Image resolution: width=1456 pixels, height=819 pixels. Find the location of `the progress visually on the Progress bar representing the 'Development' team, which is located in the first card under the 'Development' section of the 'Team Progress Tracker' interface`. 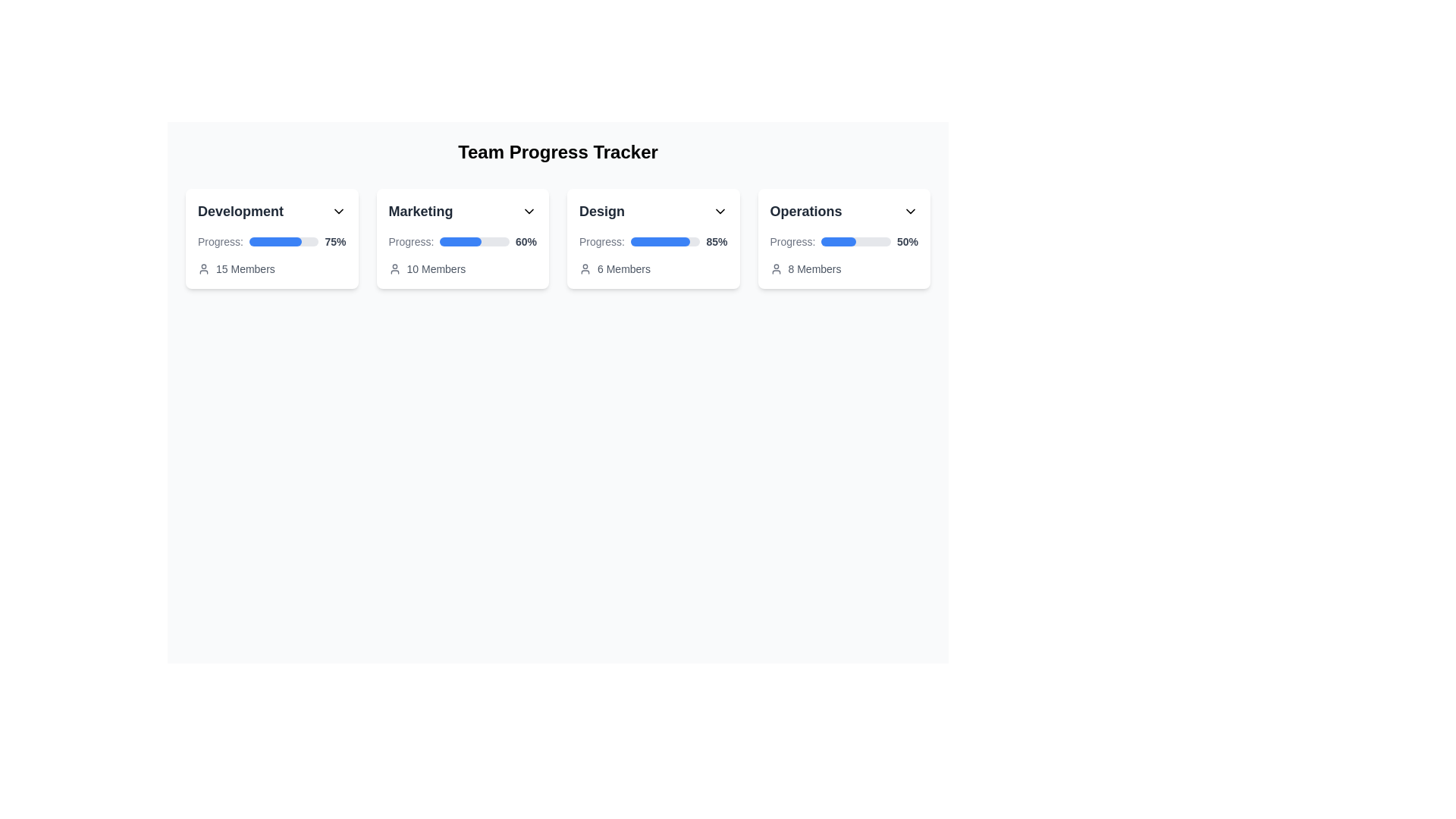

the progress visually on the Progress bar representing the 'Development' team, which is located in the first card under the 'Development' section of the 'Team Progress Tracker' interface is located at coordinates (275, 241).